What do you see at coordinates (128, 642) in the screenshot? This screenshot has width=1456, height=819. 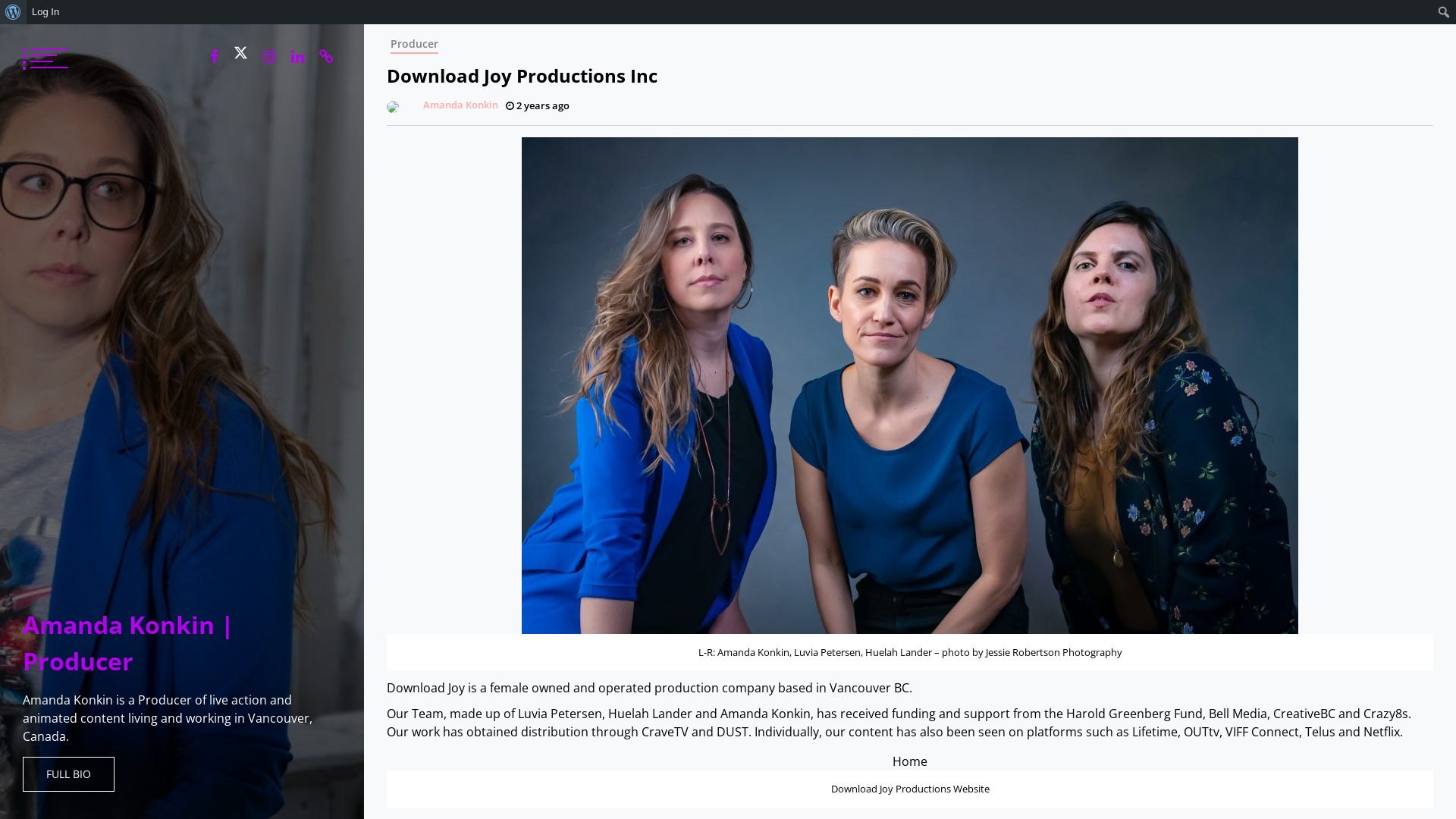 I see `'Amanda Konkin | Producer'` at bounding box center [128, 642].